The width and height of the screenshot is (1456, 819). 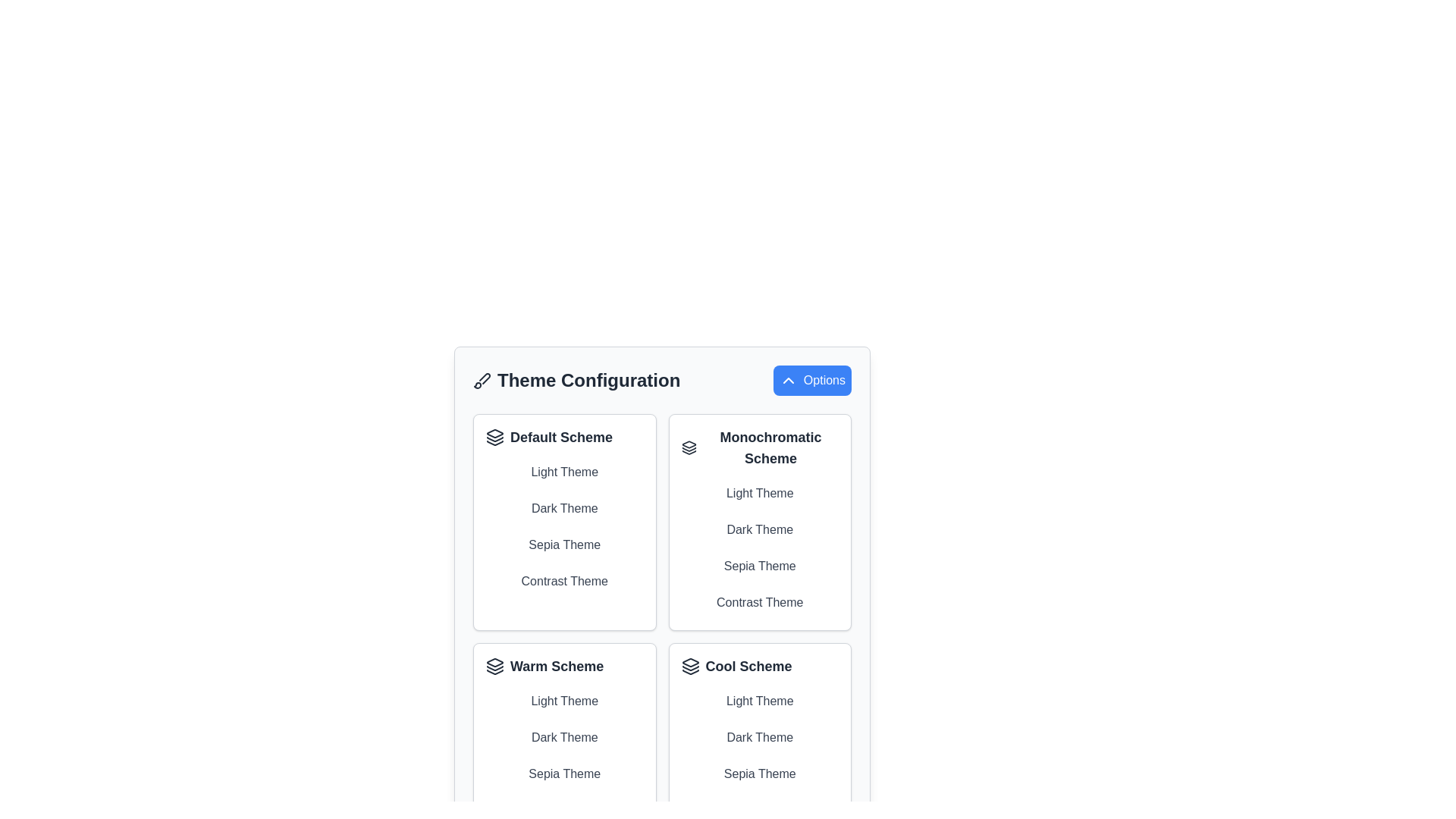 I want to click on the layers icon located to the left of the 'Cool Scheme' text, which consists of three stack-like shapes aligned horizontally, so click(x=689, y=666).